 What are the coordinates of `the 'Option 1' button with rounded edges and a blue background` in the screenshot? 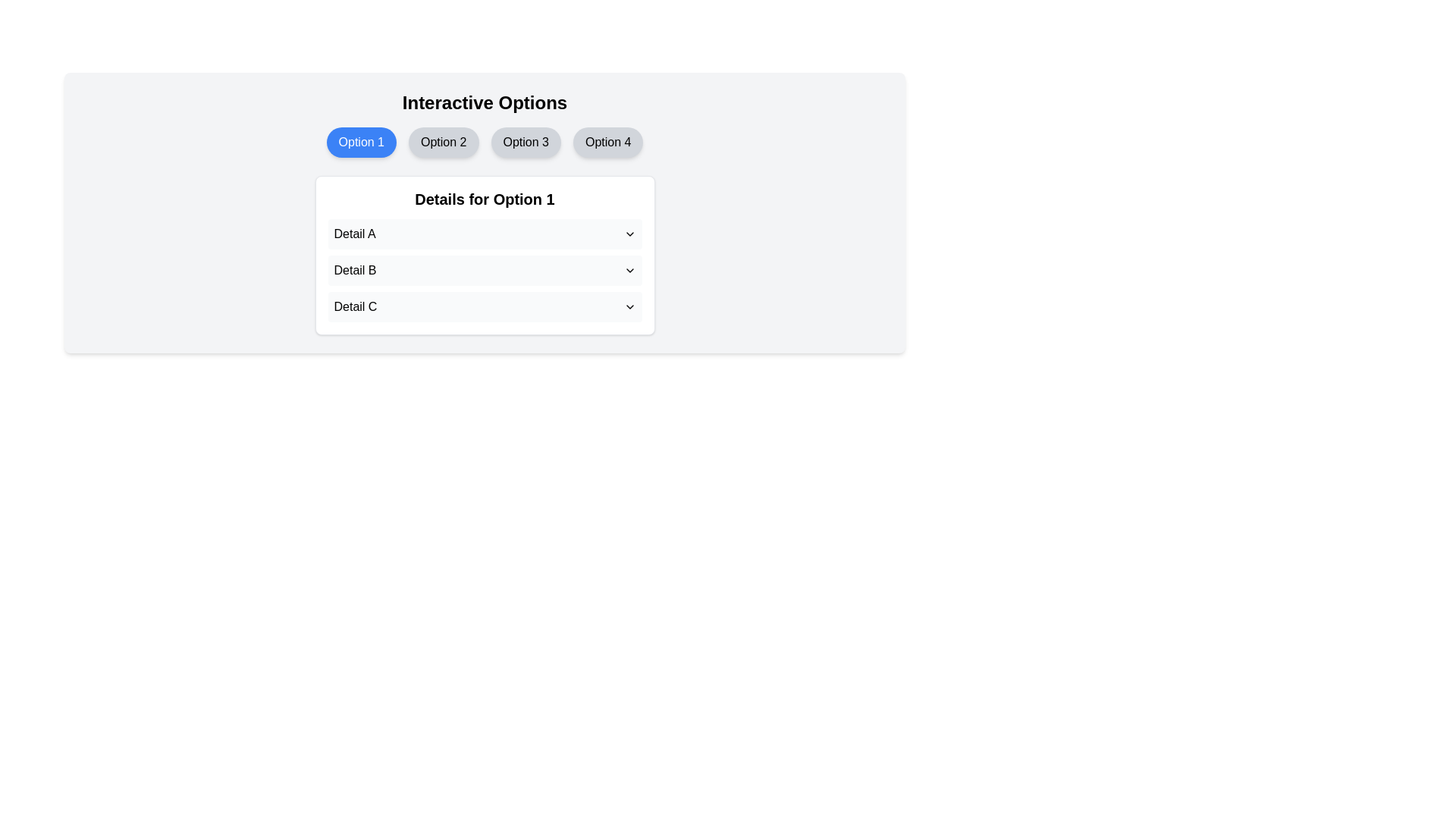 It's located at (360, 143).